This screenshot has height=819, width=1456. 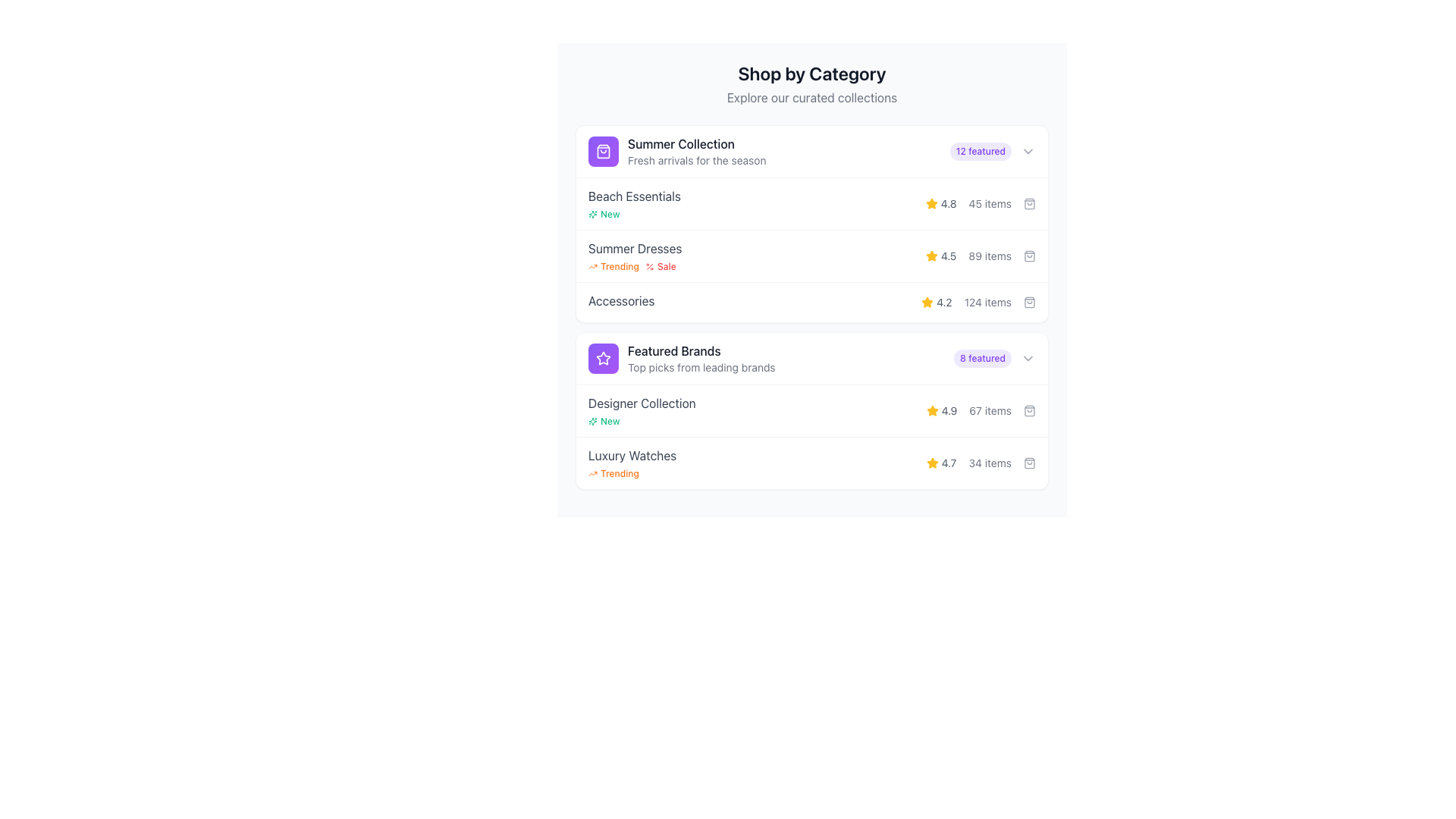 What do you see at coordinates (603, 421) in the screenshot?
I see `the 'New' label with a sparkles icon in green color, located left of the 'Designer Collection' text in the 'Featured Brands' section, below 'Summer Collection'` at bounding box center [603, 421].